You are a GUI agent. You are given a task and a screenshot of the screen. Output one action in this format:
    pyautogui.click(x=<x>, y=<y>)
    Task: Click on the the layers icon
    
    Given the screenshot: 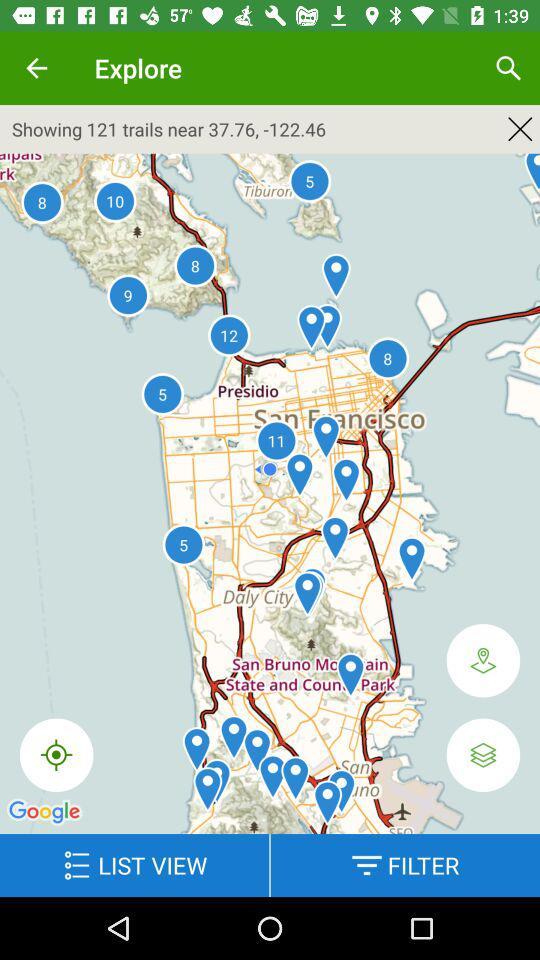 What is the action you would take?
    pyautogui.click(x=482, y=754)
    